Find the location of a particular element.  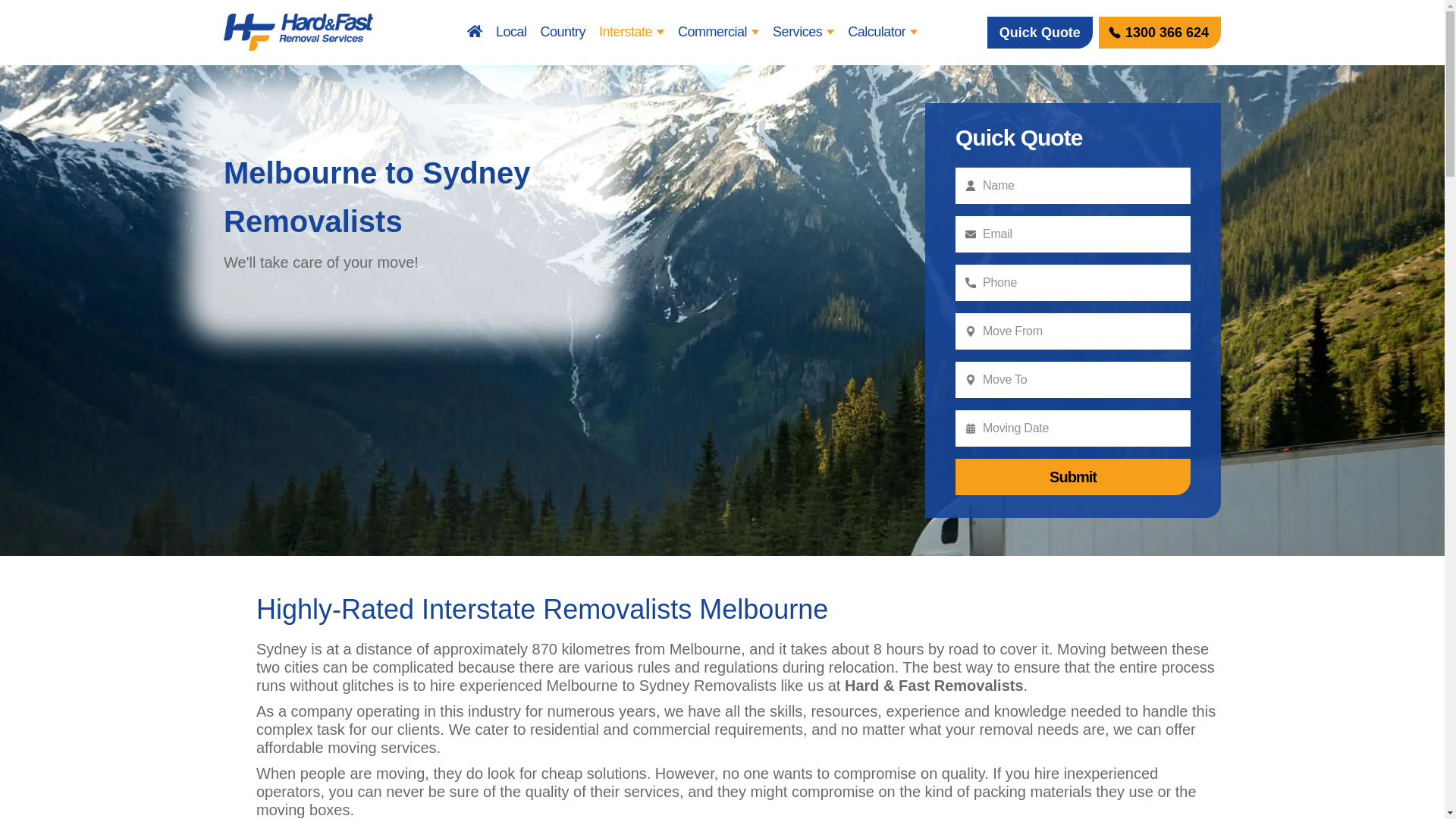

'1300 366 624' is located at coordinates (1159, 32).